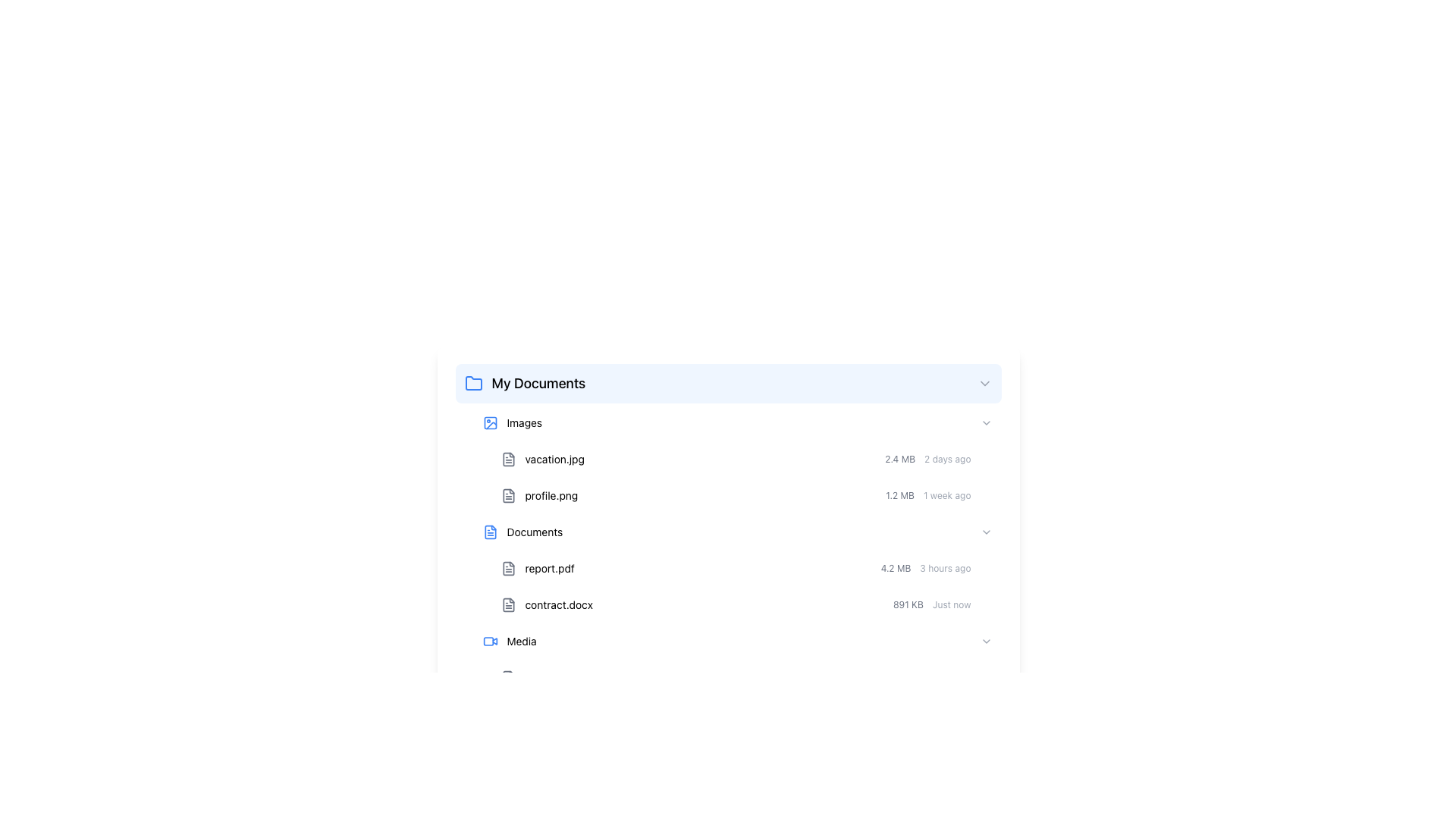 The height and width of the screenshot is (819, 1456). I want to click on the rightwards-pointing chevron icon located next to the word 'Images' in the entry row, so click(986, 423).